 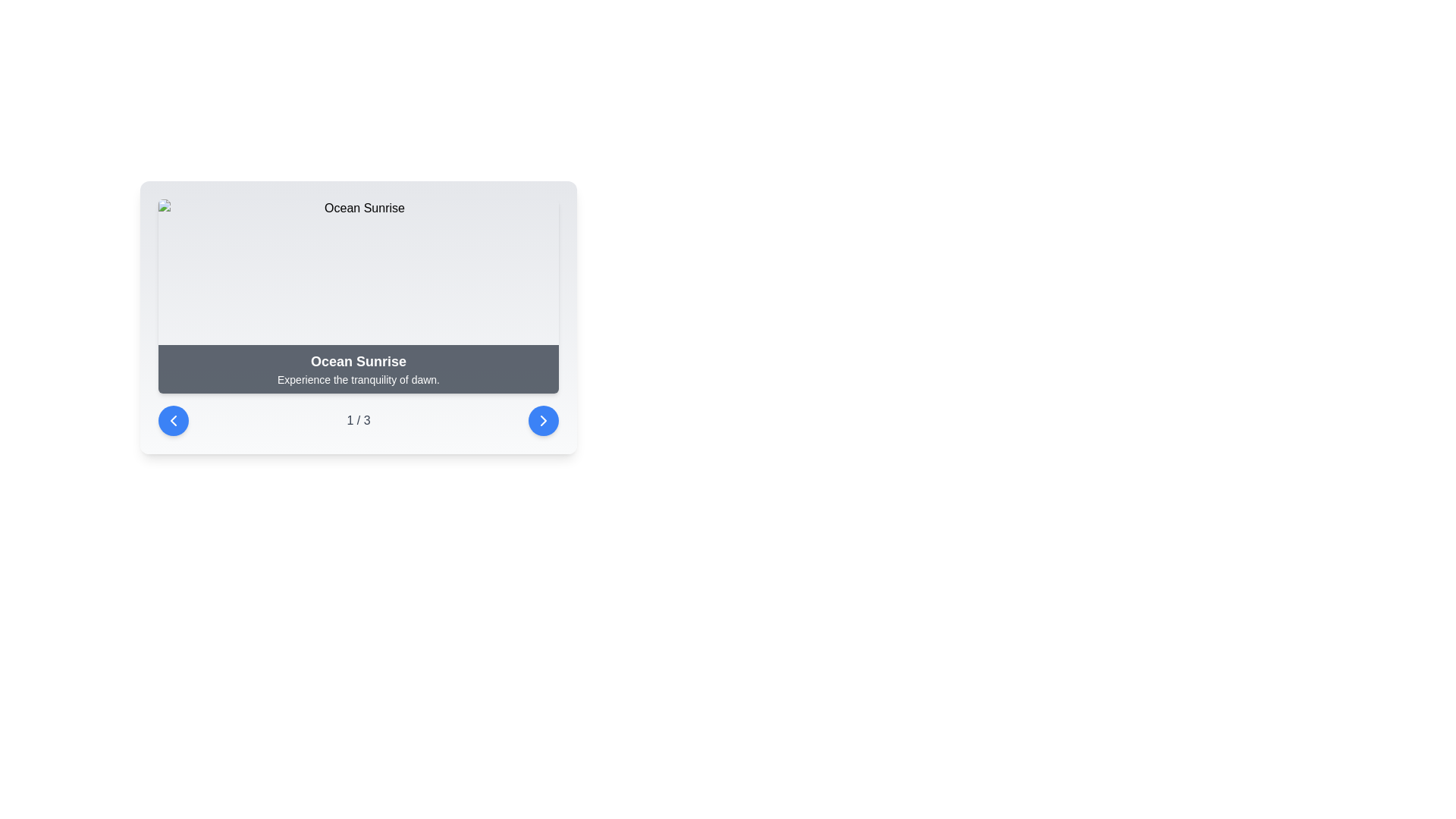 What do you see at coordinates (543, 421) in the screenshot?
I see `the 'Next' button located at the bottom right of the card layout` at bounding box center [543, 421].